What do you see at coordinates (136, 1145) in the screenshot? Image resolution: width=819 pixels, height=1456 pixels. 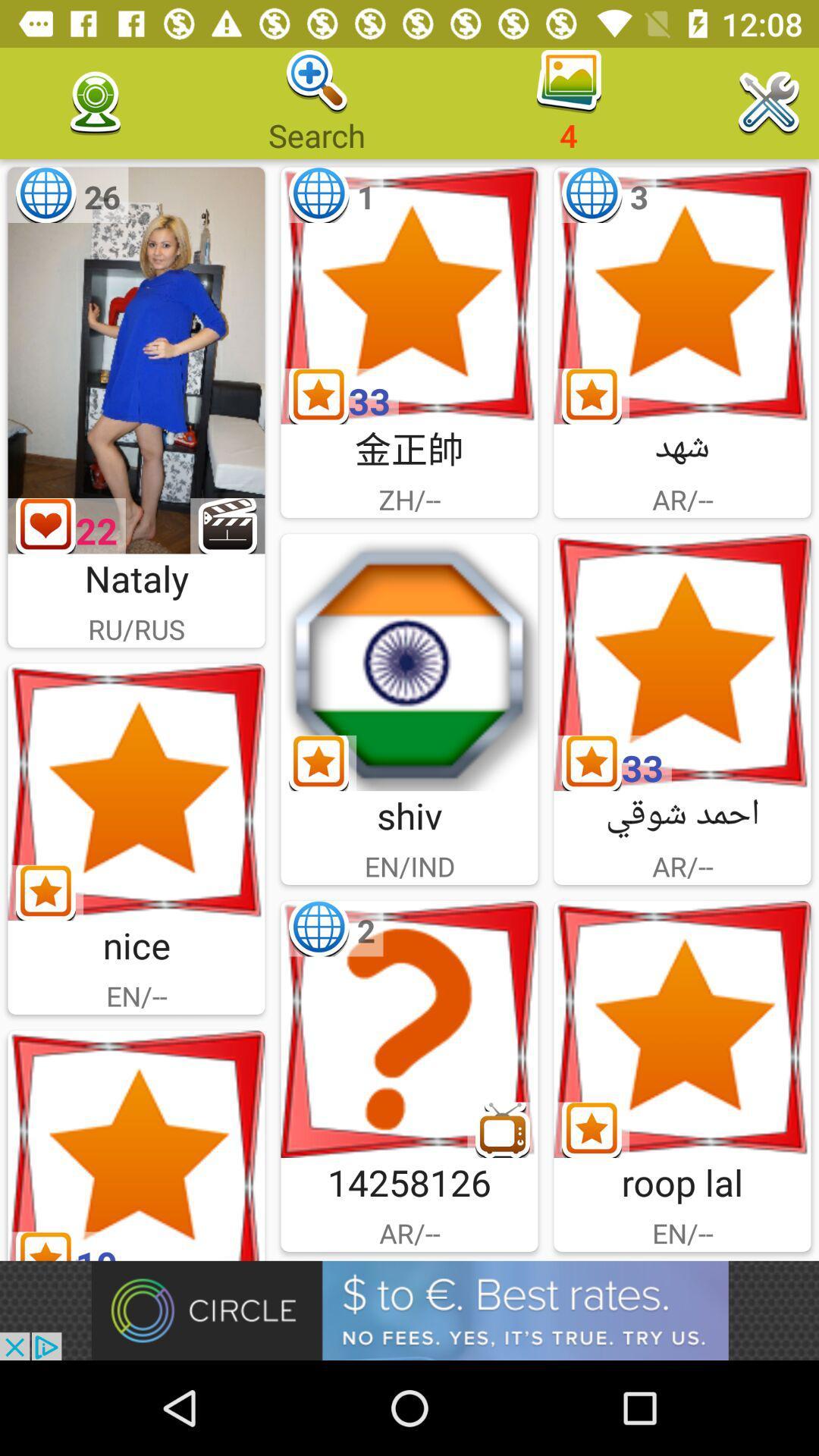 I see `the good product are sale` at bounding box center [136, 1145].